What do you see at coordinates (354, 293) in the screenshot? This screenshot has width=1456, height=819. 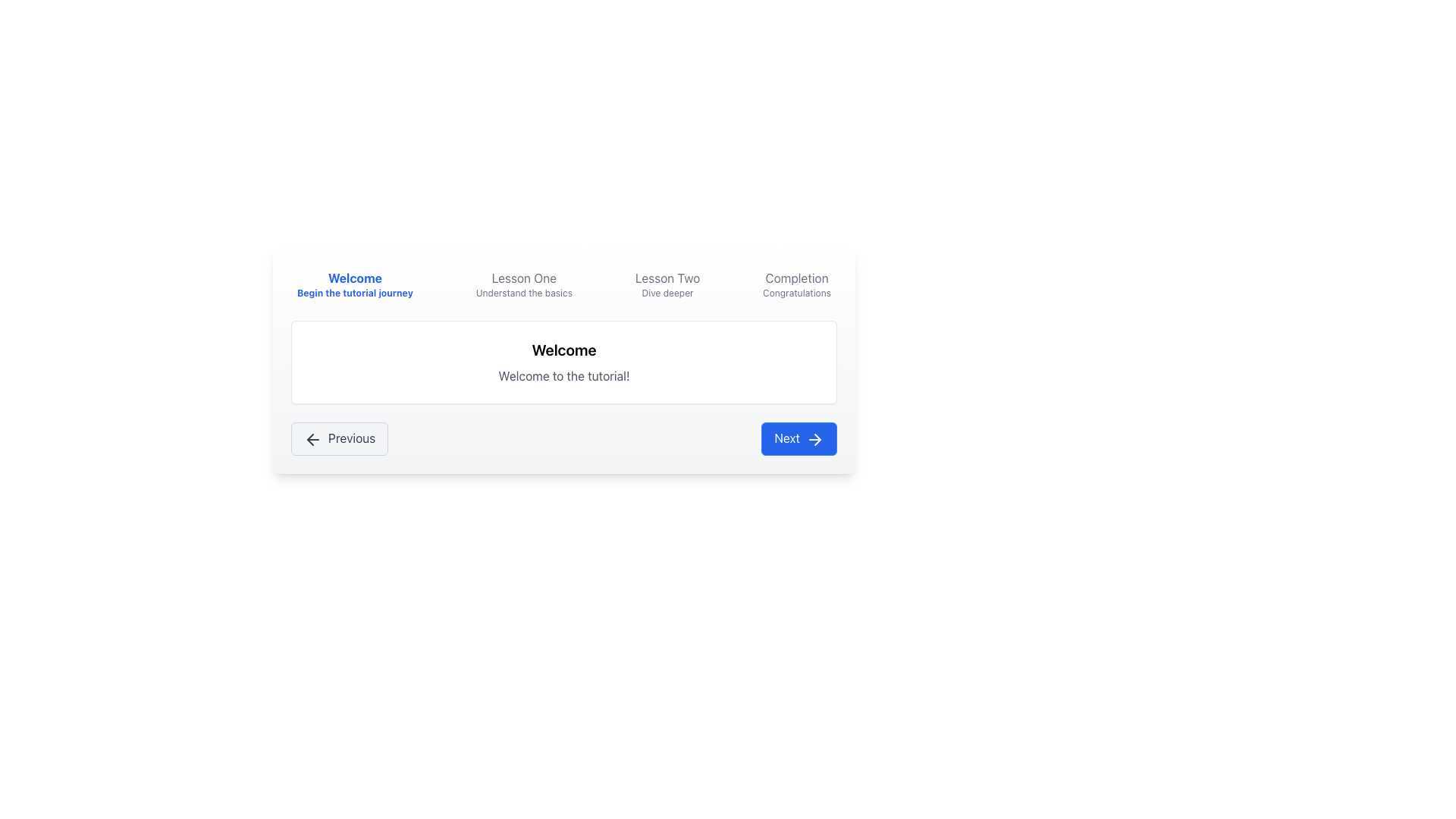 I see `text label displaying 'Begin the tutorial journey', which is located below the 'Welcome' text in the upper left portion of the interface` at bounding box center [354, 293].